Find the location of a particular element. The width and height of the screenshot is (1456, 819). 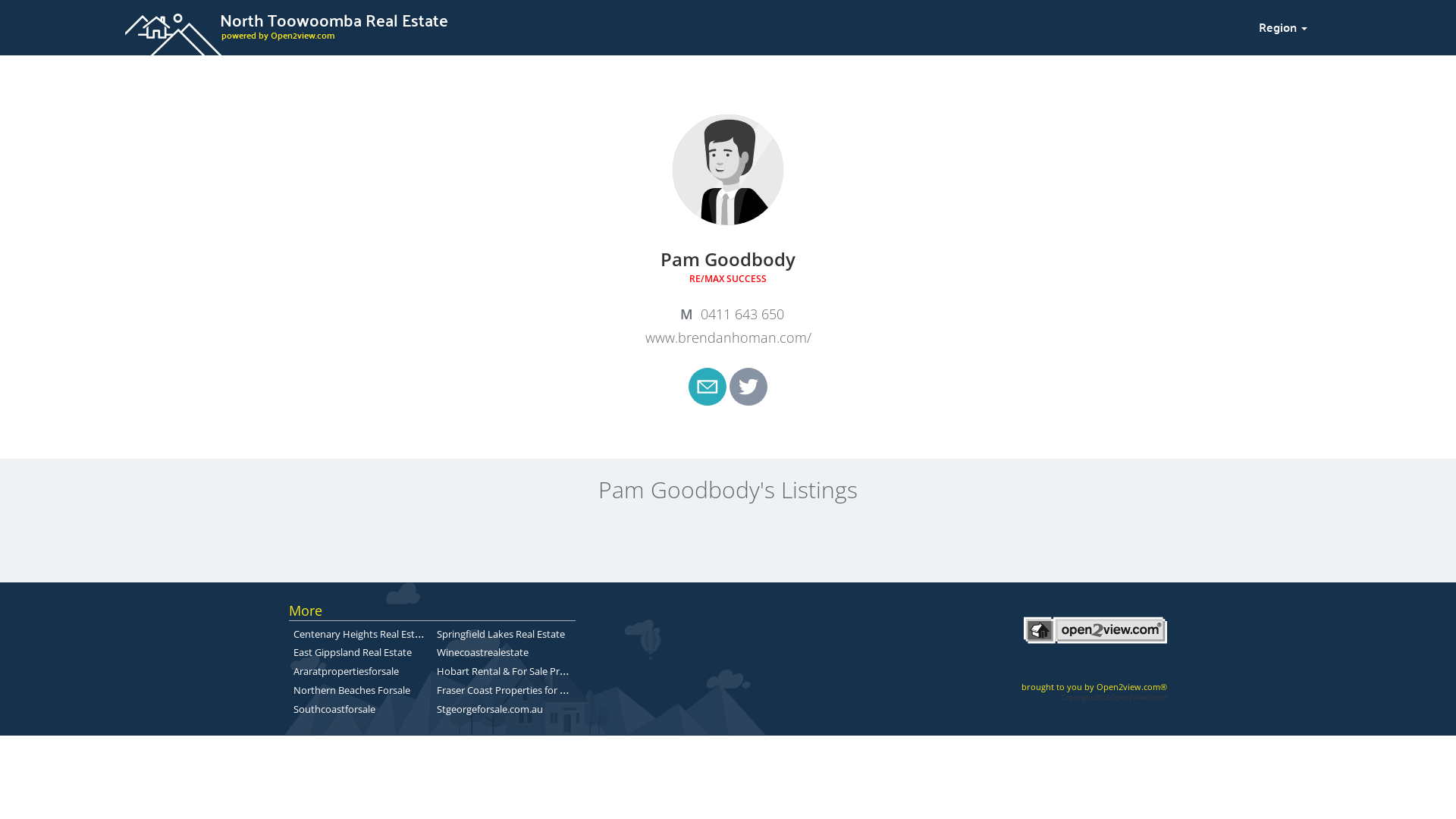

'www.brendanhoman.com/' is located at coordinates (726, 336).